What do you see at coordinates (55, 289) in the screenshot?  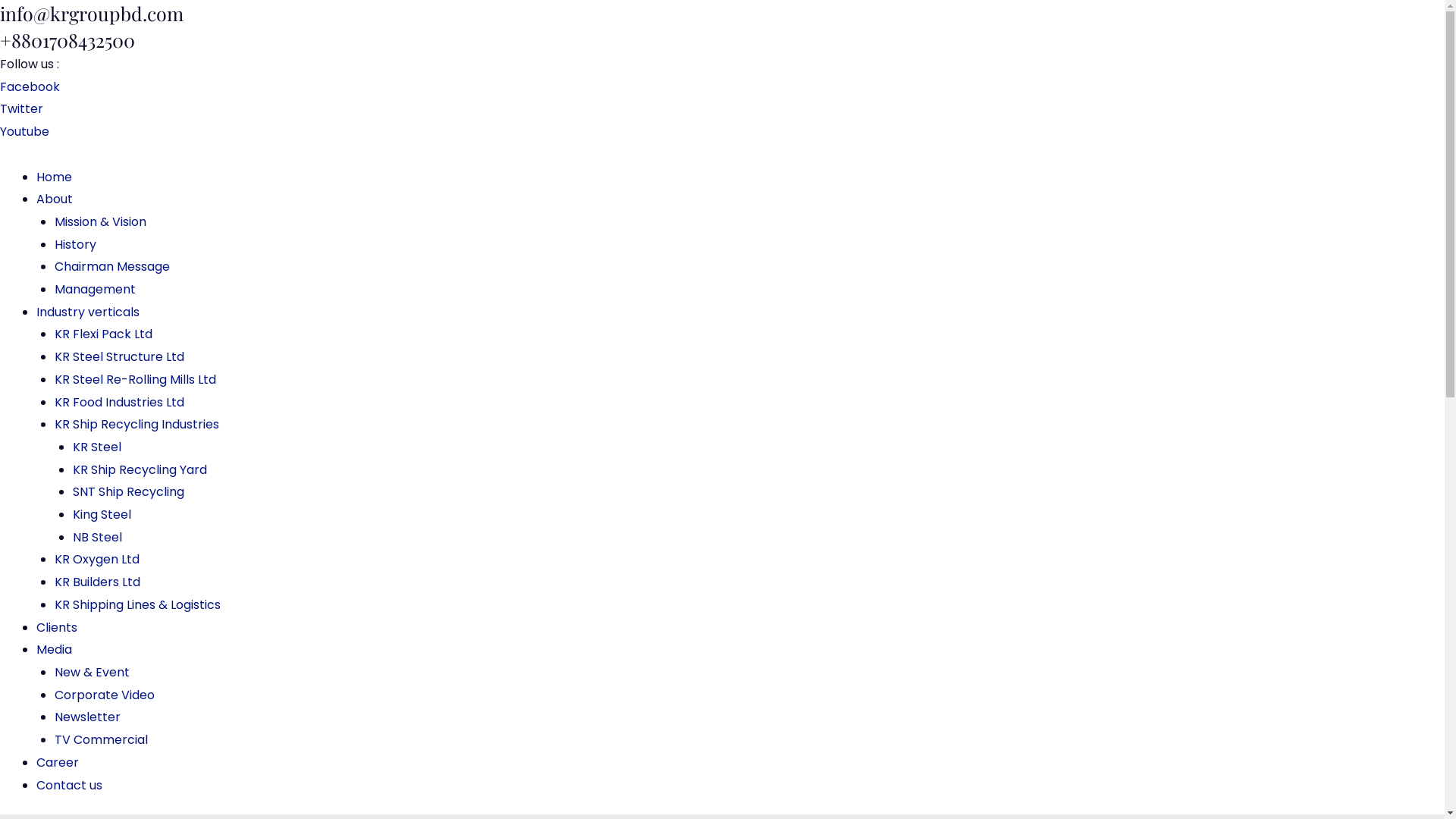 I see `'Management'` at bounding box center [55, 289].